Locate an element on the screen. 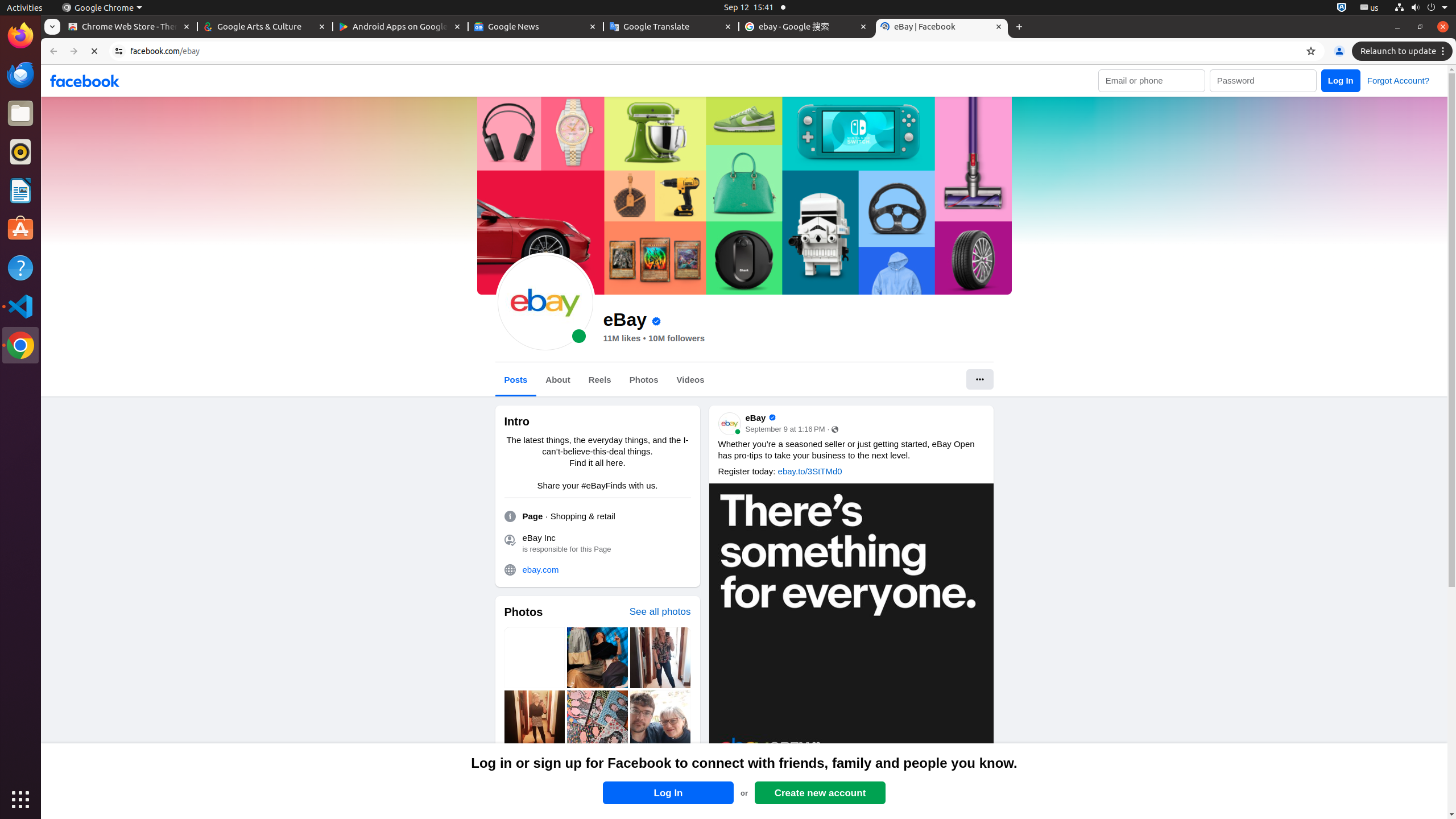 This screenshot has height=819, width=1456. 'View site information' is located at coordinates (118, 51).